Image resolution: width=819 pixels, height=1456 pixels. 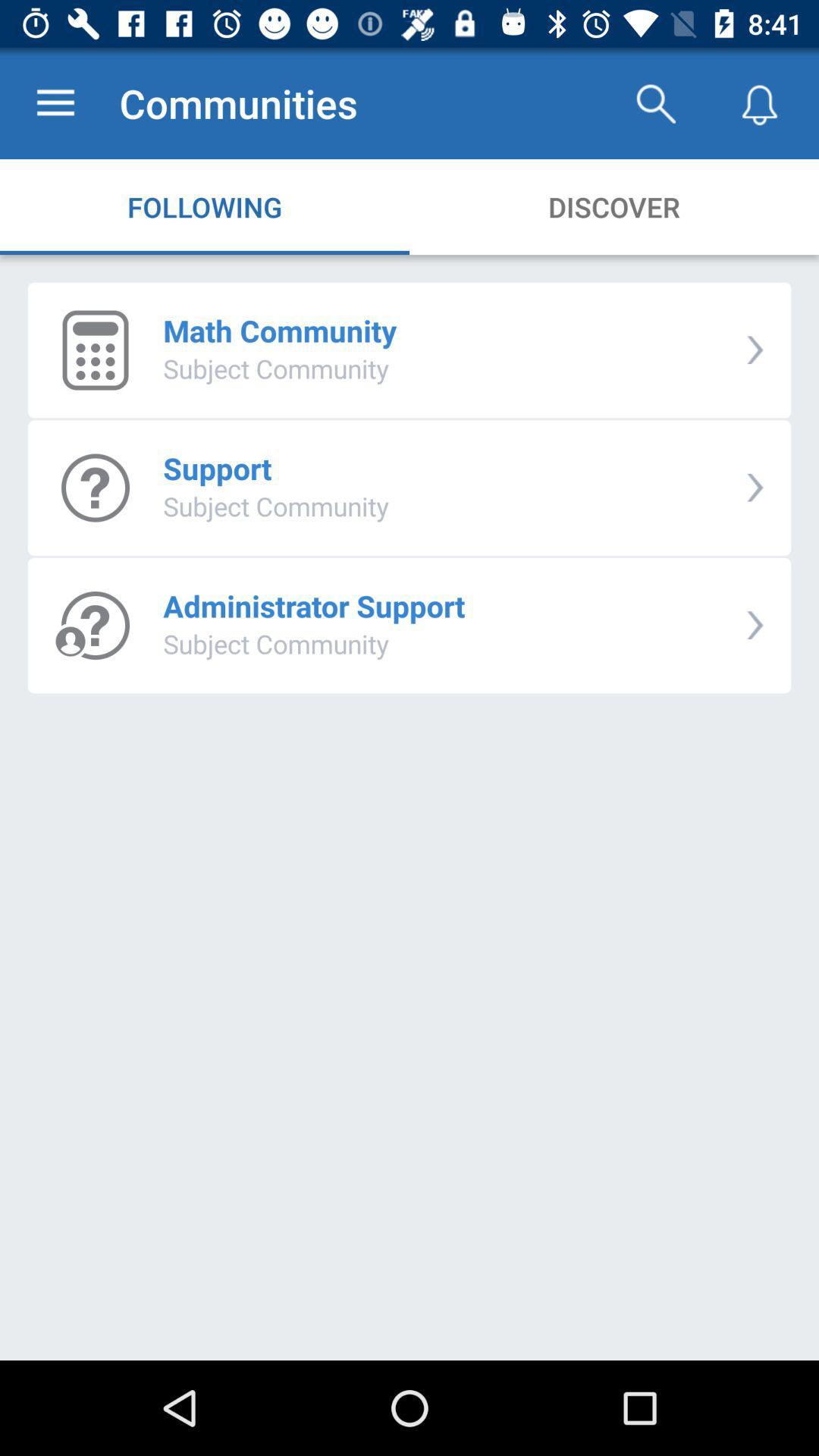 I want to click on item next to the communities, so click(x=654, y=102).